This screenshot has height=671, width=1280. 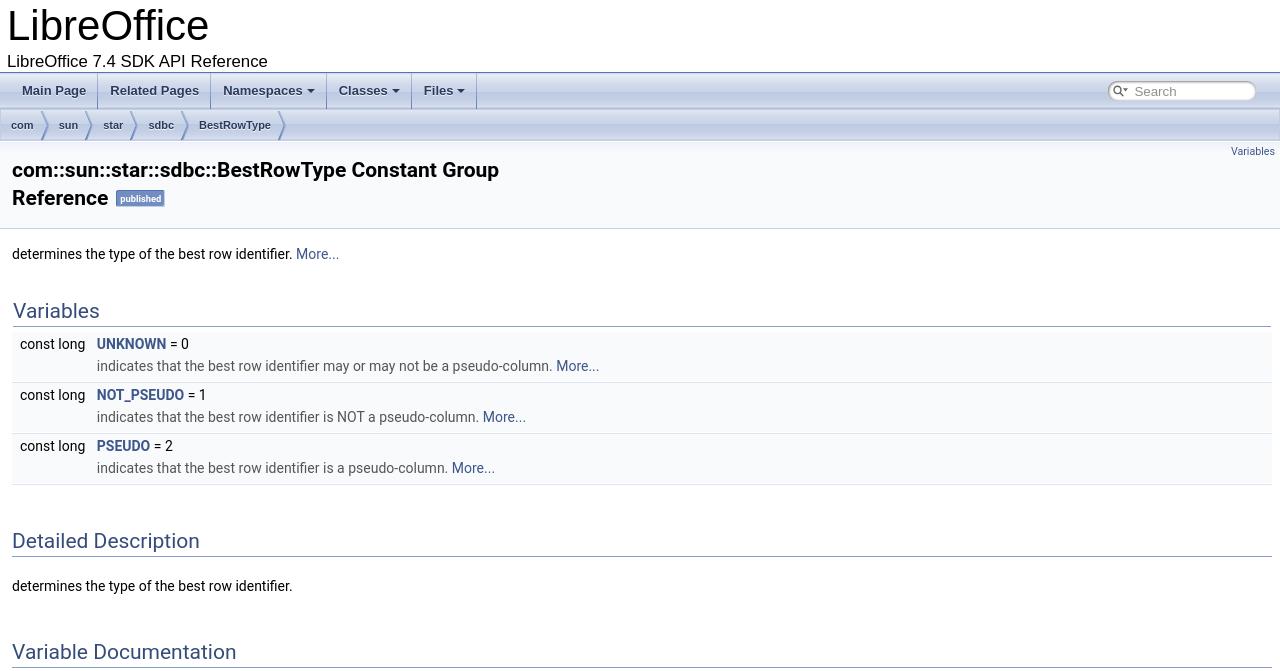 I want to click on 'Related Pages', so click(x=153, y=90).